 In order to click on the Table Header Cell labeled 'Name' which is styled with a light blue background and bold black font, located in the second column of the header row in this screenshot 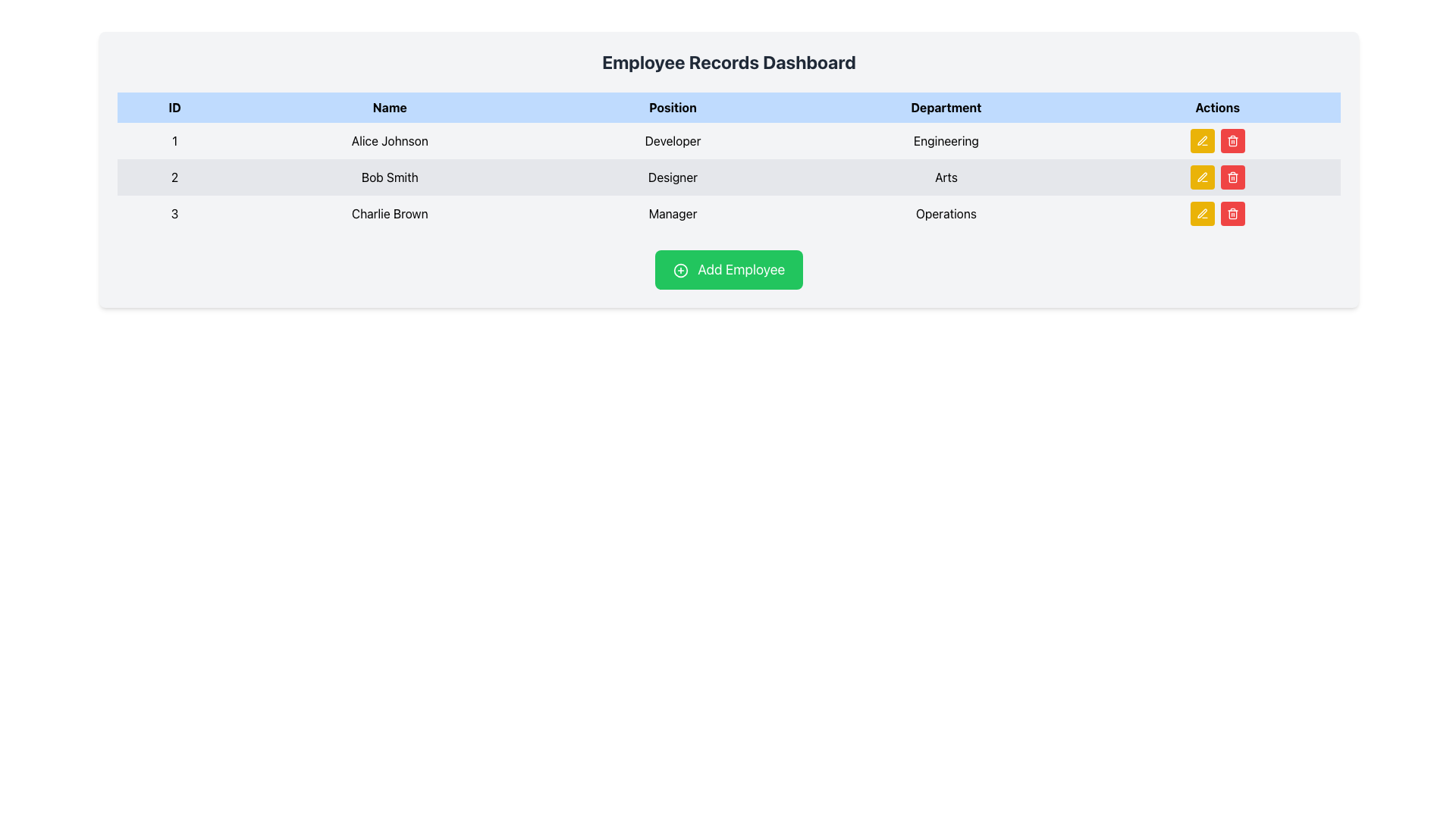, I will do `click(390, 107)`.